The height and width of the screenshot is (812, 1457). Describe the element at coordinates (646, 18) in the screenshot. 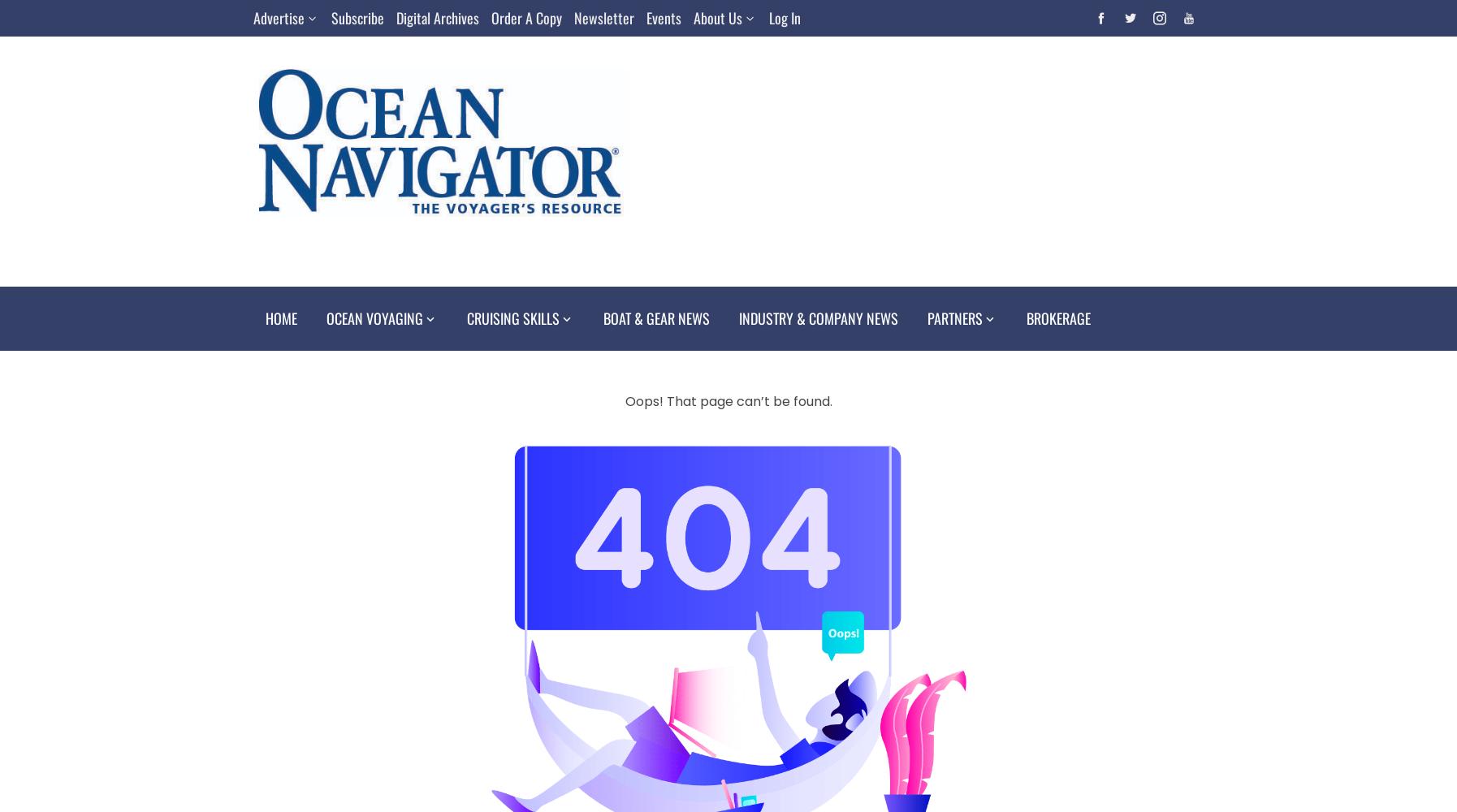

I see `'Events'` at that location.